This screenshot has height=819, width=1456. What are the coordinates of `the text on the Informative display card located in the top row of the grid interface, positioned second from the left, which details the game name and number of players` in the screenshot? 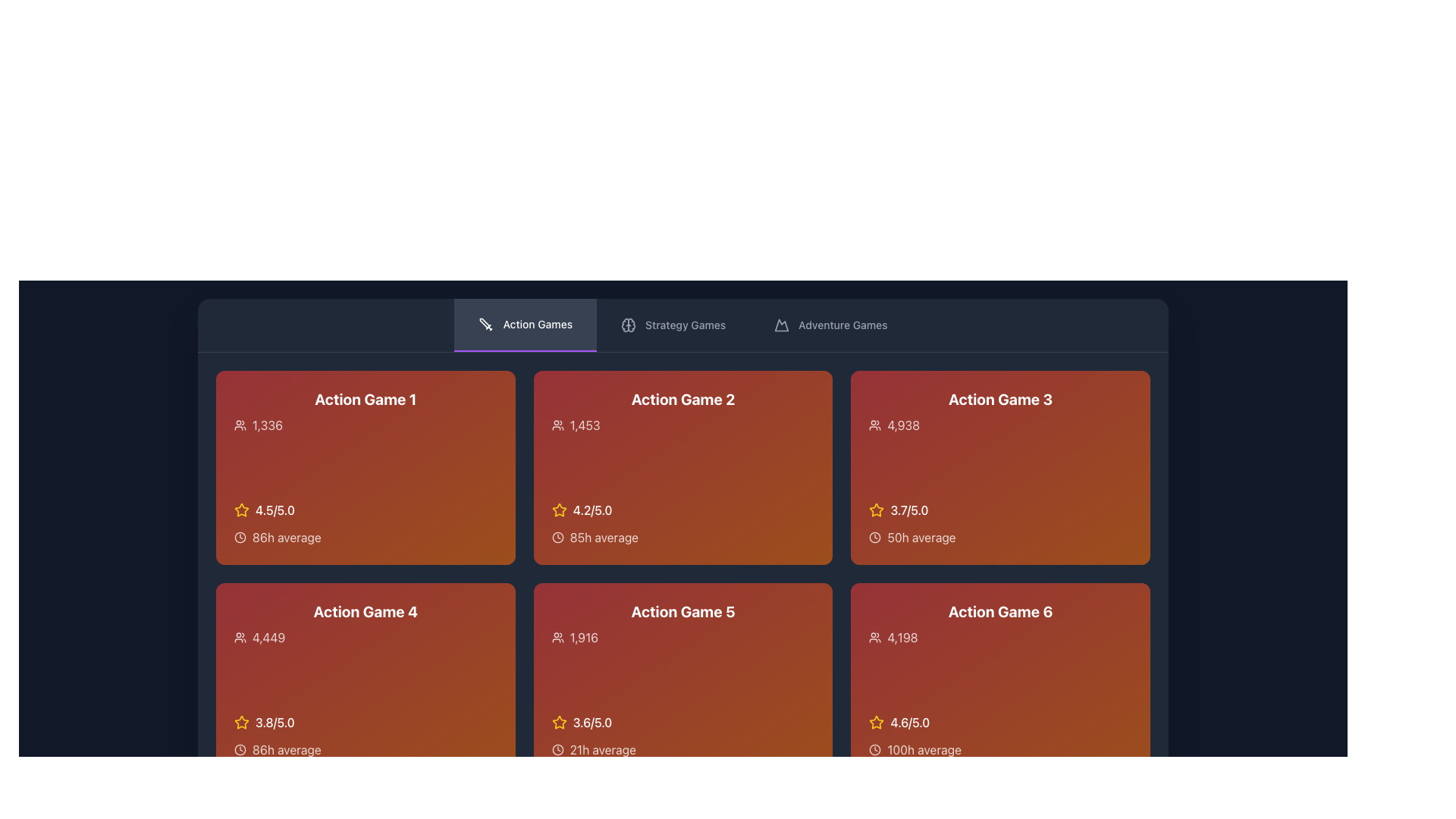 It's located at (682, 412).